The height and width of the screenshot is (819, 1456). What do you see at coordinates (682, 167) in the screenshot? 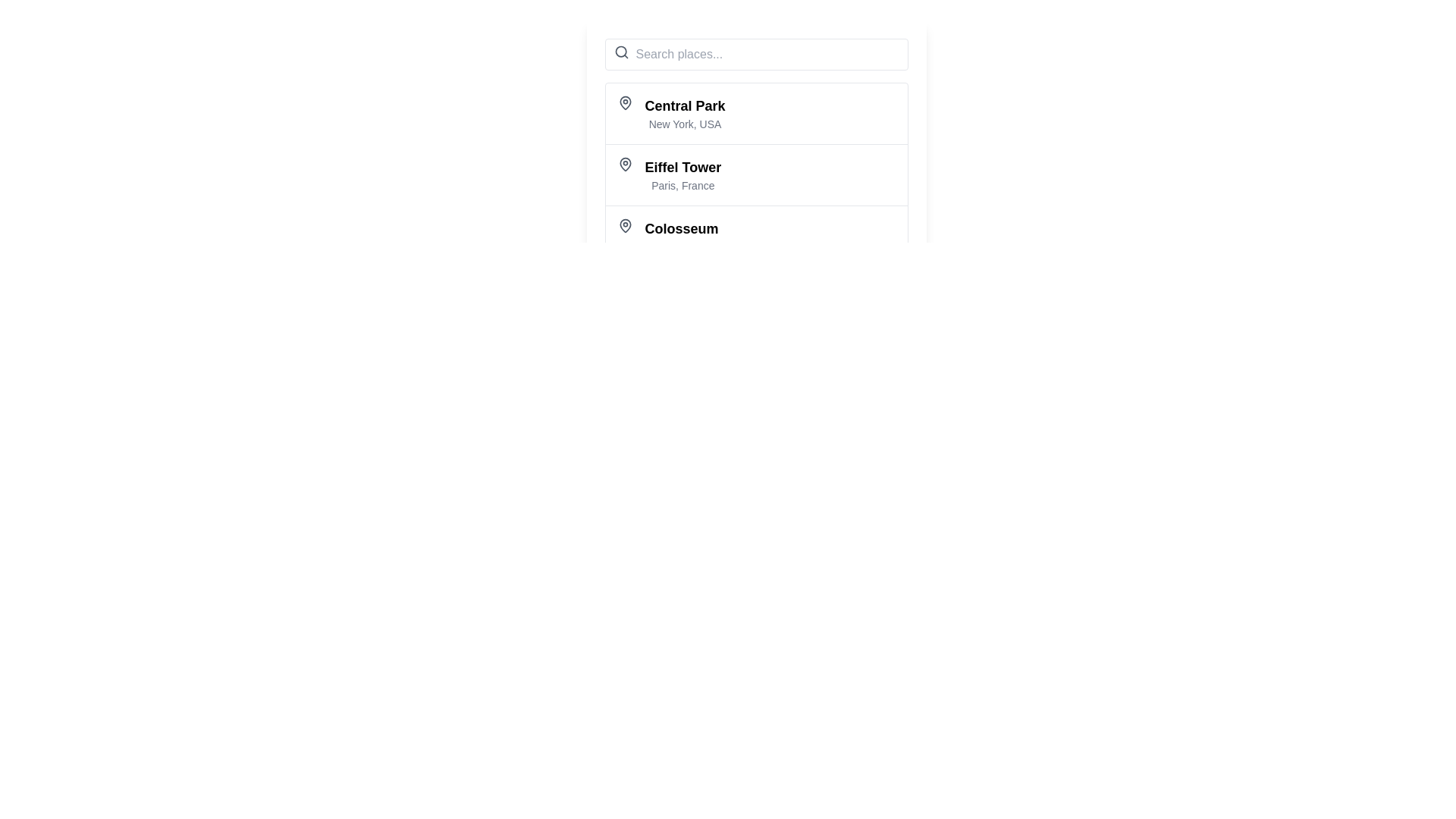
I see `text displayed in the 'Eiffel Tower' label, which is the second item in a structured list, styled prominently with a bold font and located above the smaller text 'Paris, France'` at bounding box center [682, 167].